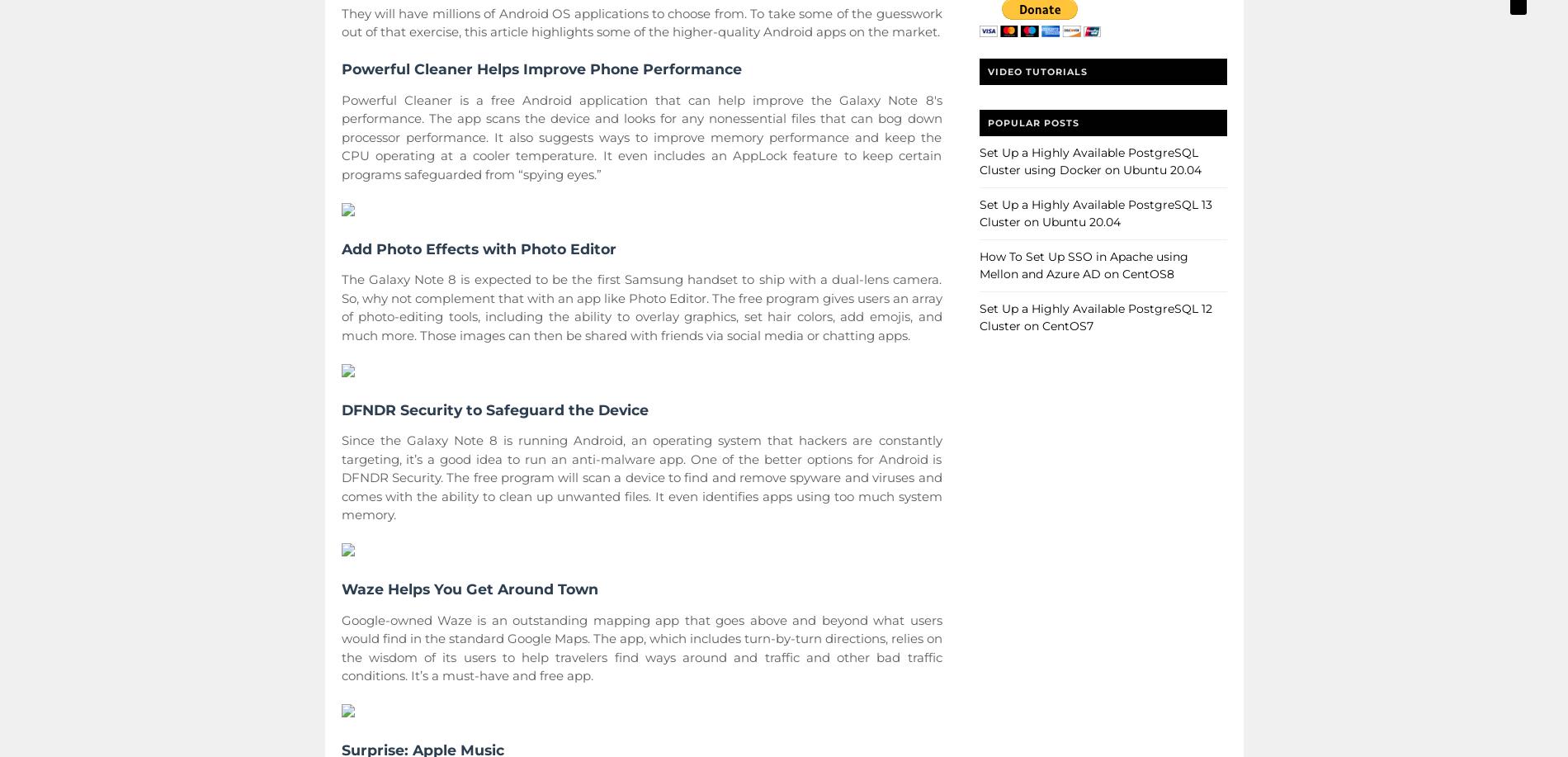 The height and width of the screenshot is (757, 1568). What do you see at coordinates (640, 477) in the screenshot?
I see `'Since the Galaxy Note 8 is running Android, an operating system that hackers are constantly targeting, it’s a good idea to run an anti-malware app. One of the better options for Android is DFNDR Security. The free program will scan a device to find and remove spyware and viruses and comes with the ability to clean up unwanted files. It even identifies apps using too much system memory.'` at bounding box center [640, 477].